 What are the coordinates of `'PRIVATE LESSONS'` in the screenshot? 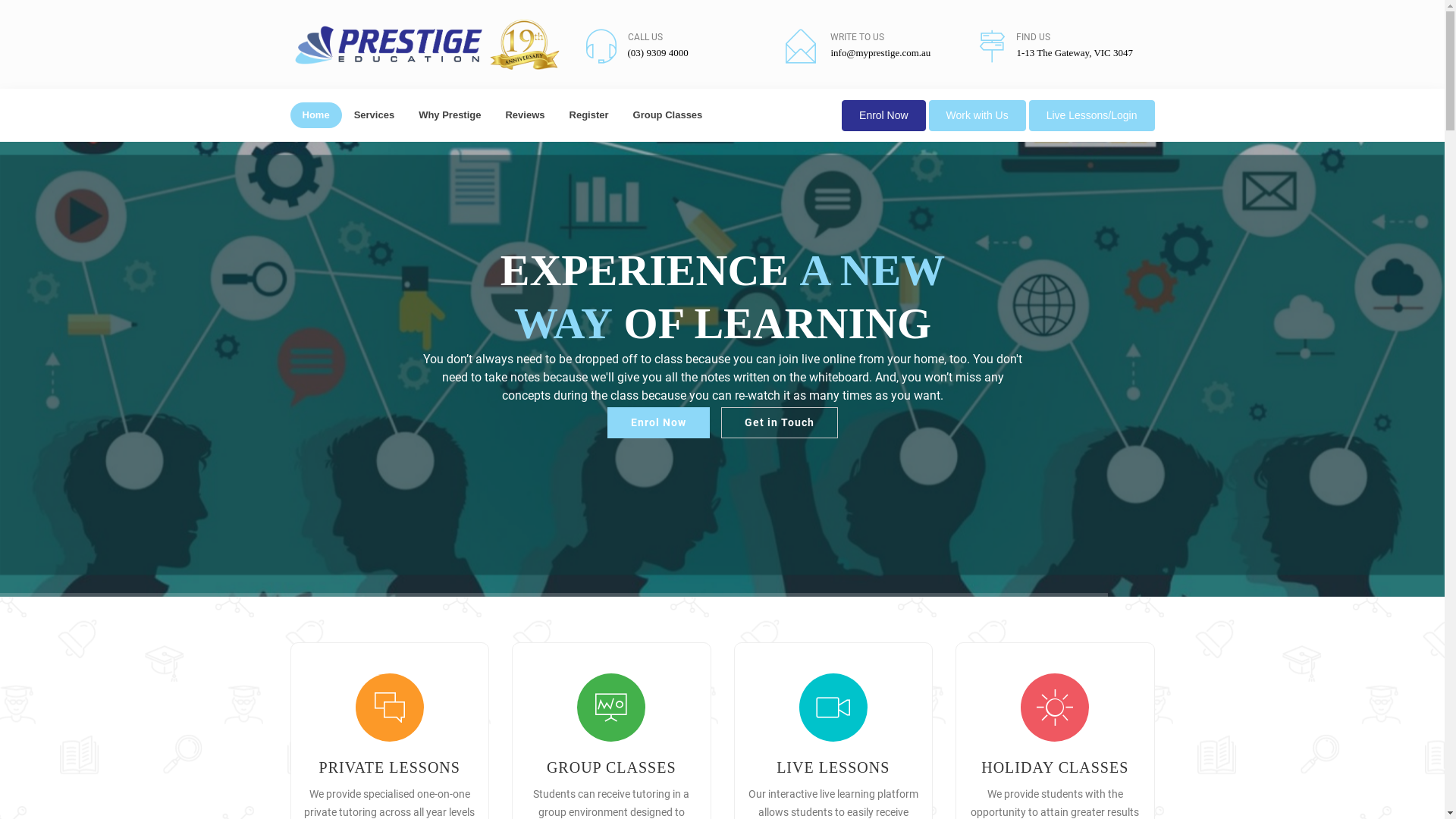 It's located at (318, 767).